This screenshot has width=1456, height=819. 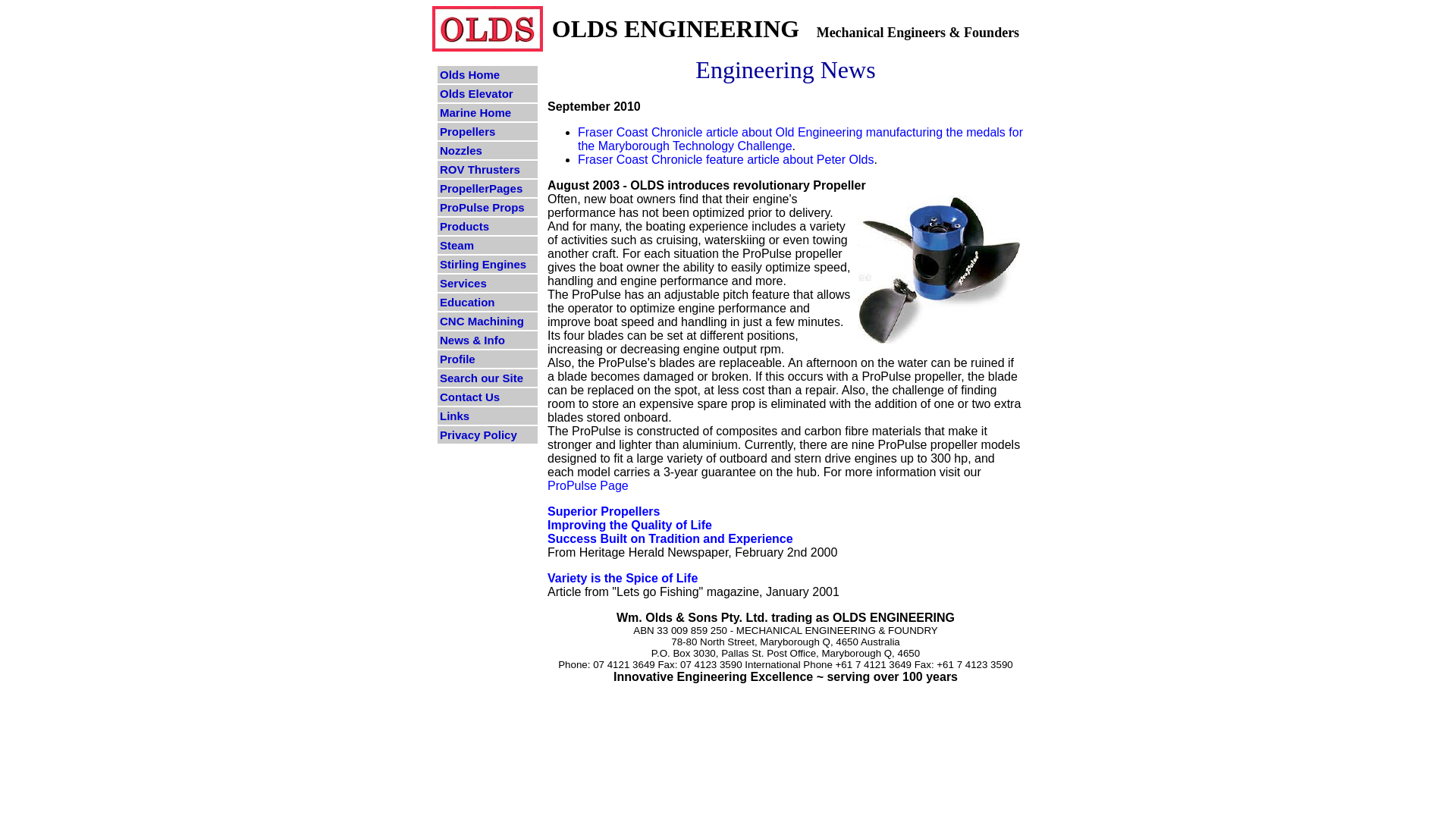 I want to click on 'ProPulse Props', so click(x=436, y=207).